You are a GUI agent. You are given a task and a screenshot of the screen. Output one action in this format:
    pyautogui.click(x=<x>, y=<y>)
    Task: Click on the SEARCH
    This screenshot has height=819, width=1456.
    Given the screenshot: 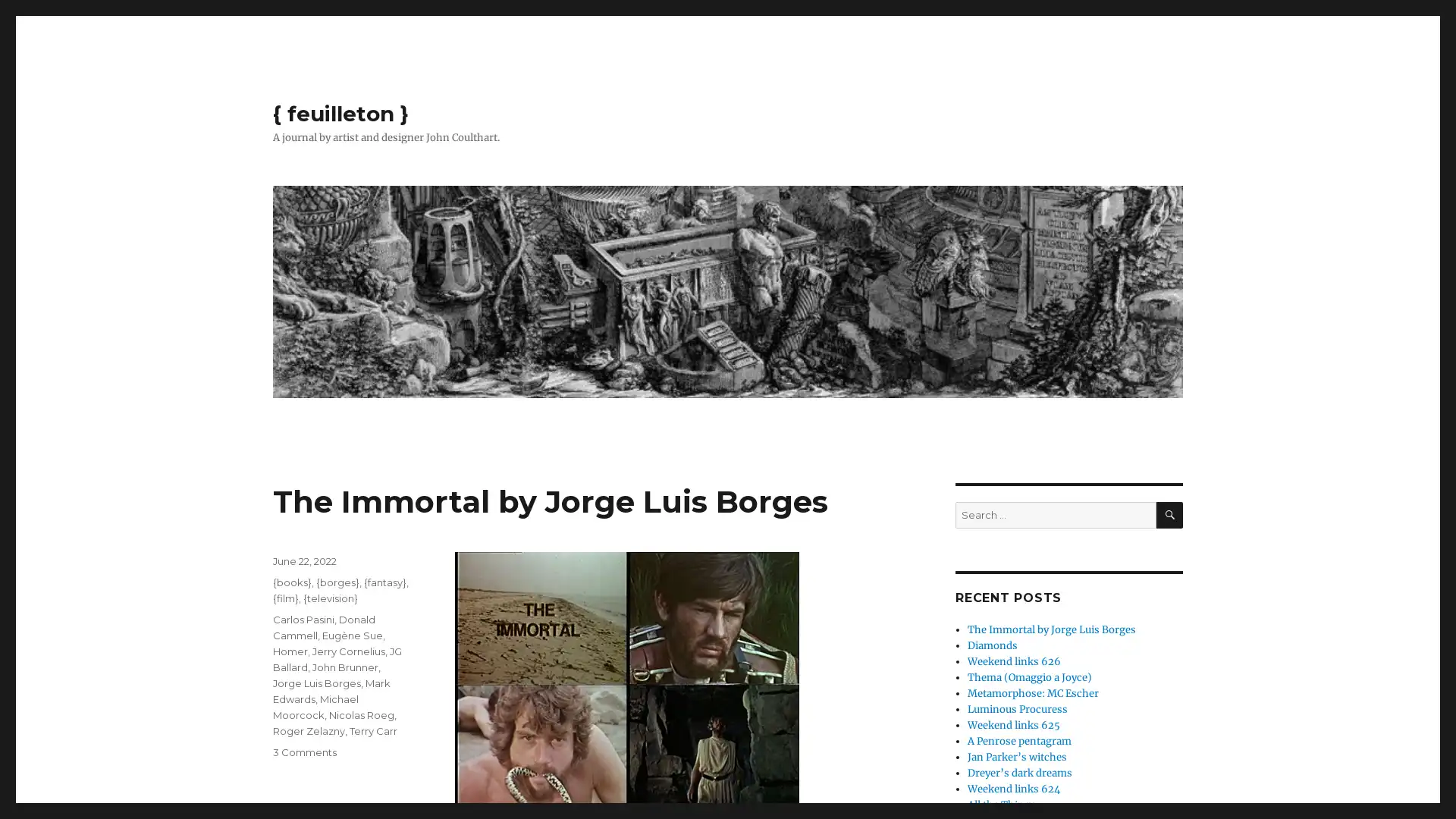 What is the action you would take?
    pyautogui.click(x=1169, y=514)
    